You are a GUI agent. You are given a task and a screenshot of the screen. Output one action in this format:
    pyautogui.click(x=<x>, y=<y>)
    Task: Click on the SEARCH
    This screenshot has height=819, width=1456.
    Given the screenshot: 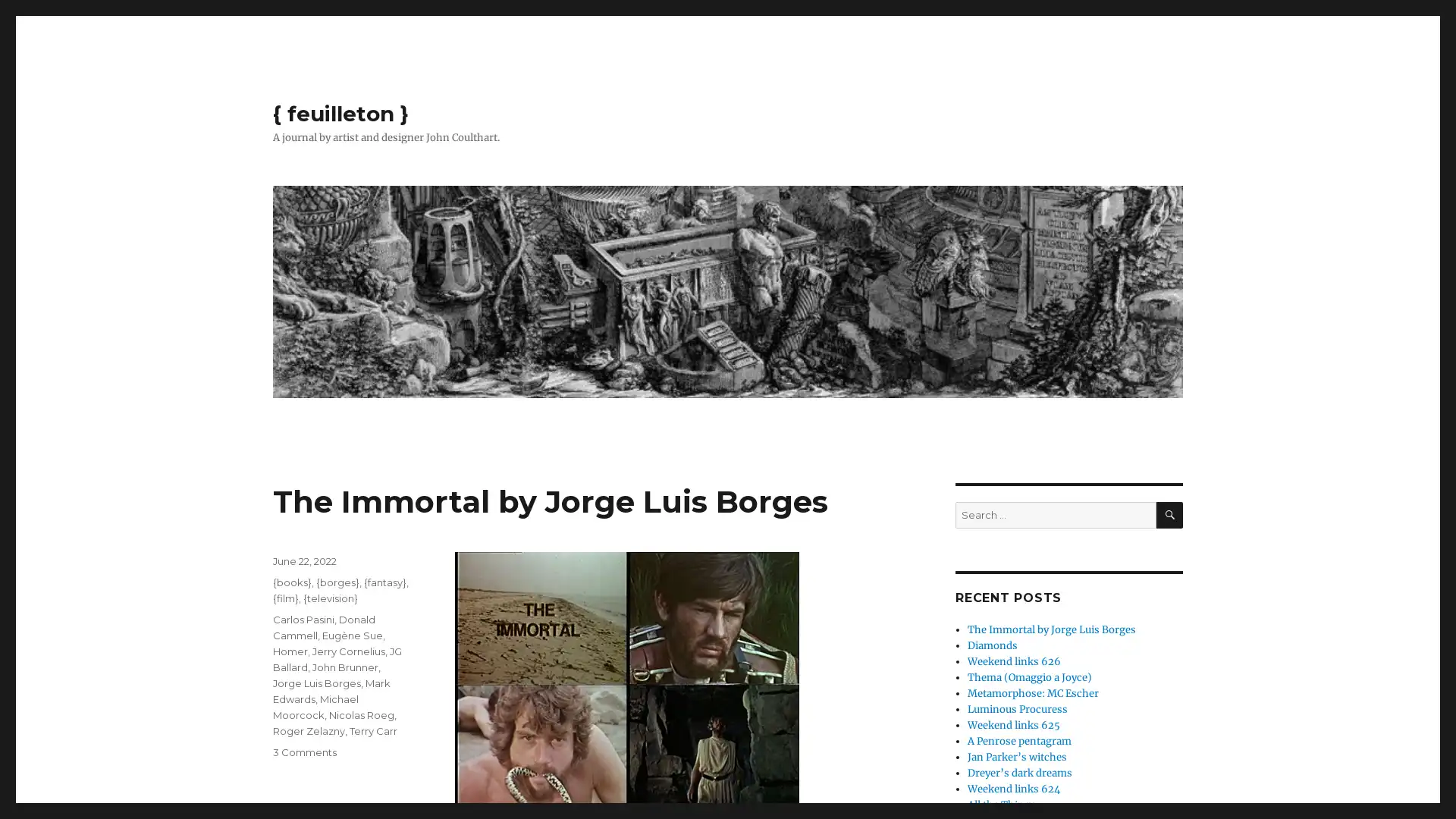 What is the action you would take?
    pyautogui.click(x=1169, y=514)
    